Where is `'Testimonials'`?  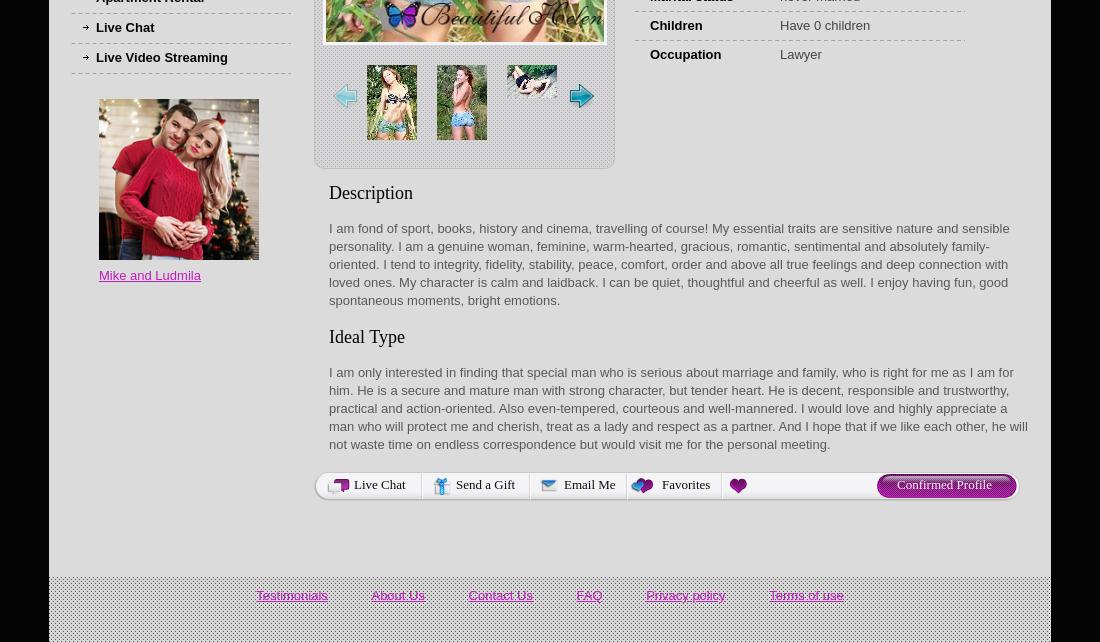
'Testimonials' is located at coordinates (290, 594).